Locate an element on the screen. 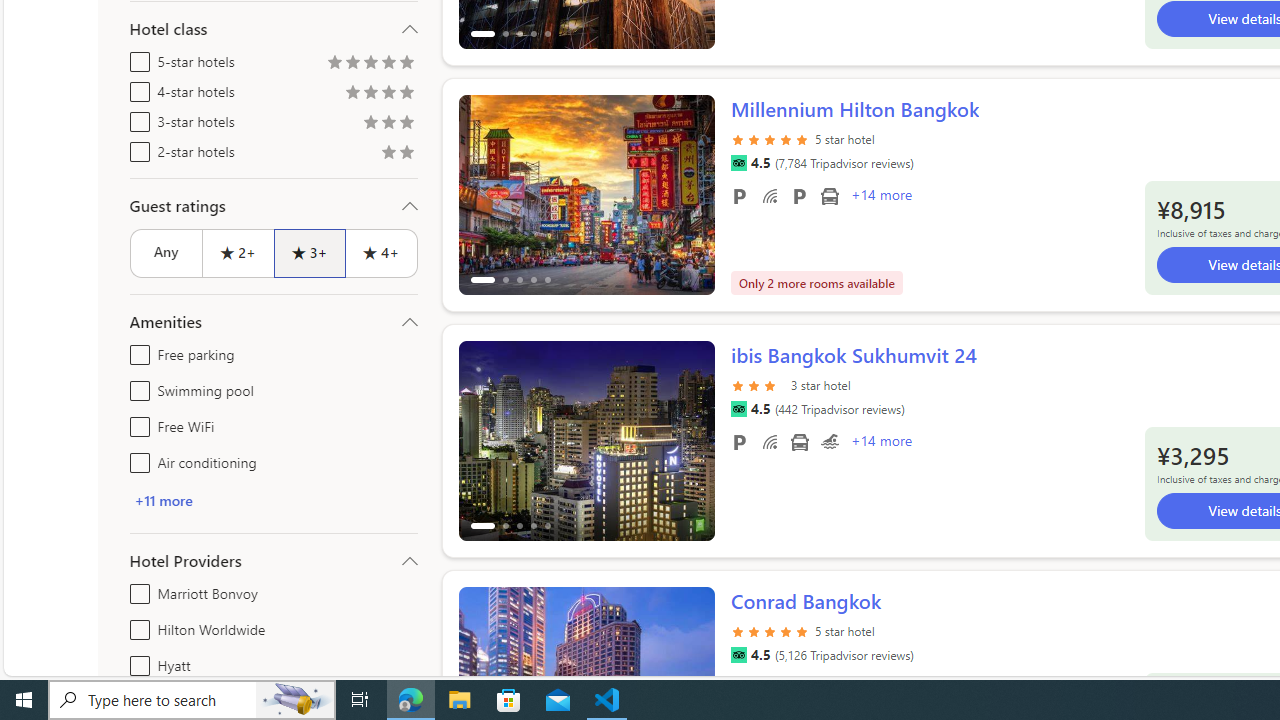 This screenshot has height=720, width=1280. 'Hotel Providers' is located at coordinates (272, 560).